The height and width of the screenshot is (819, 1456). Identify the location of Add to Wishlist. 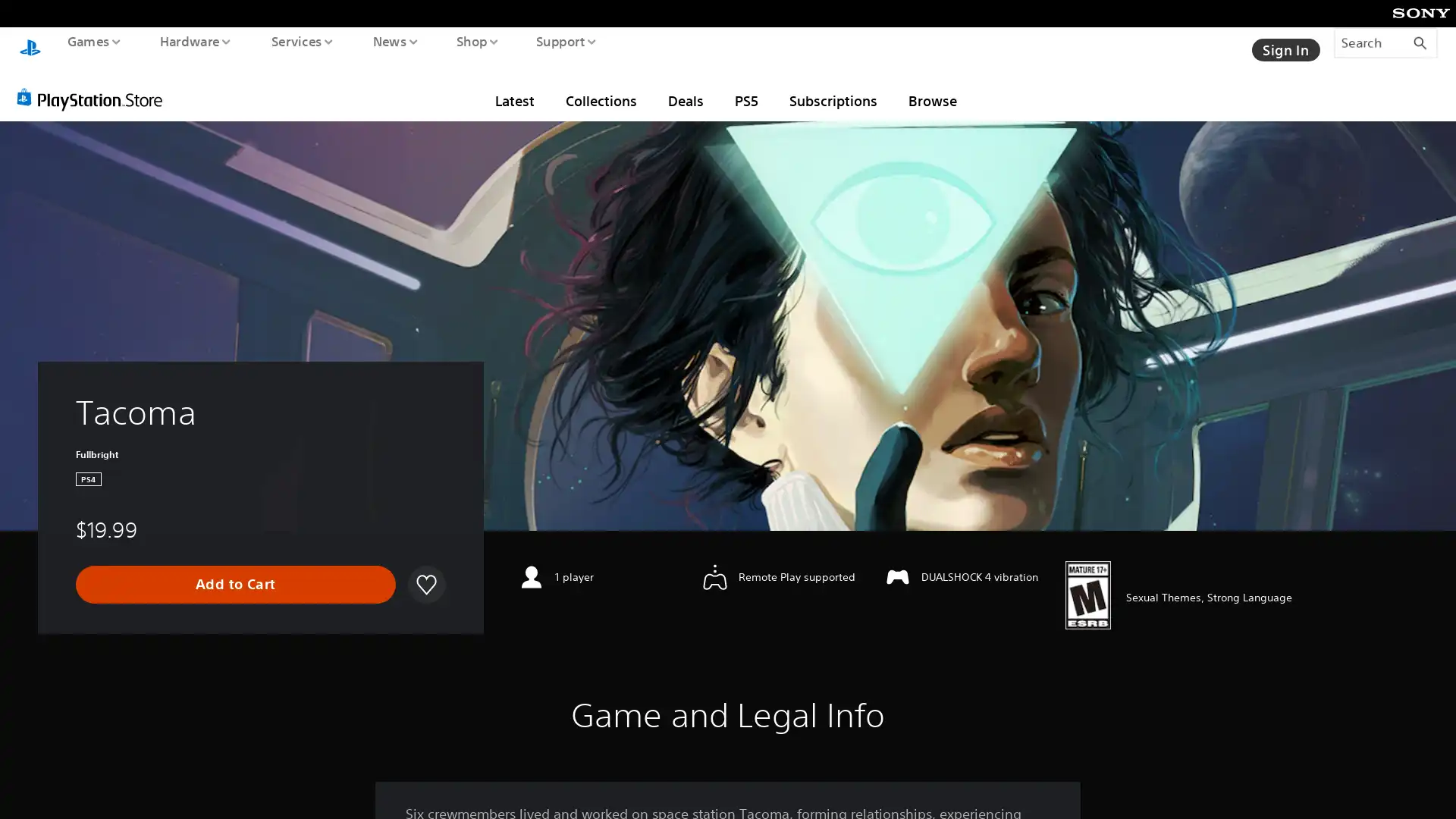
(425, 570).